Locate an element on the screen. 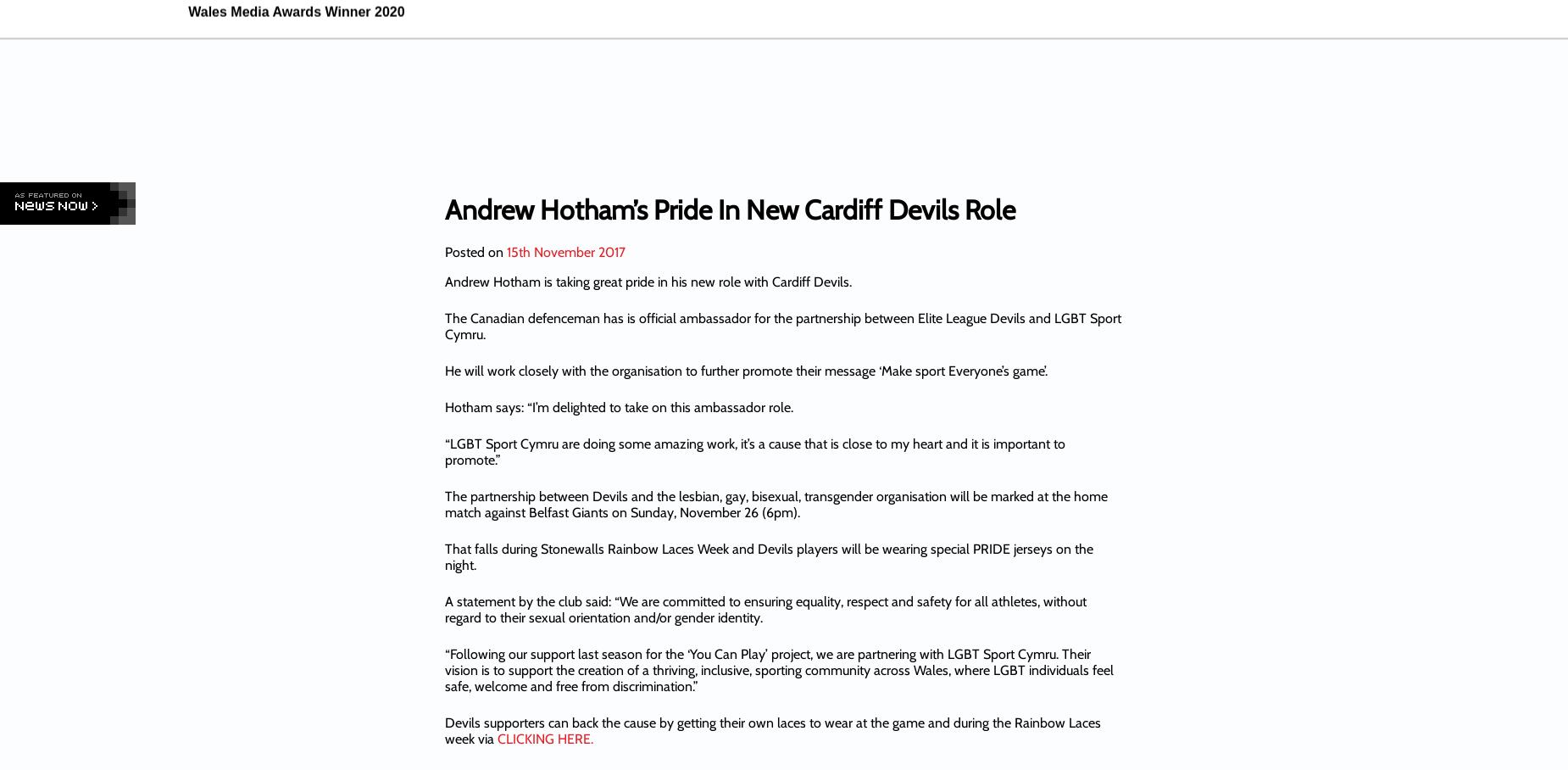 The image size is (1568, 770). '“LGBT Sport Cymru are doing some amazing work, it’s a cause that is close to my heart and it is important to promote.”' is located at coordinates (754, 450).